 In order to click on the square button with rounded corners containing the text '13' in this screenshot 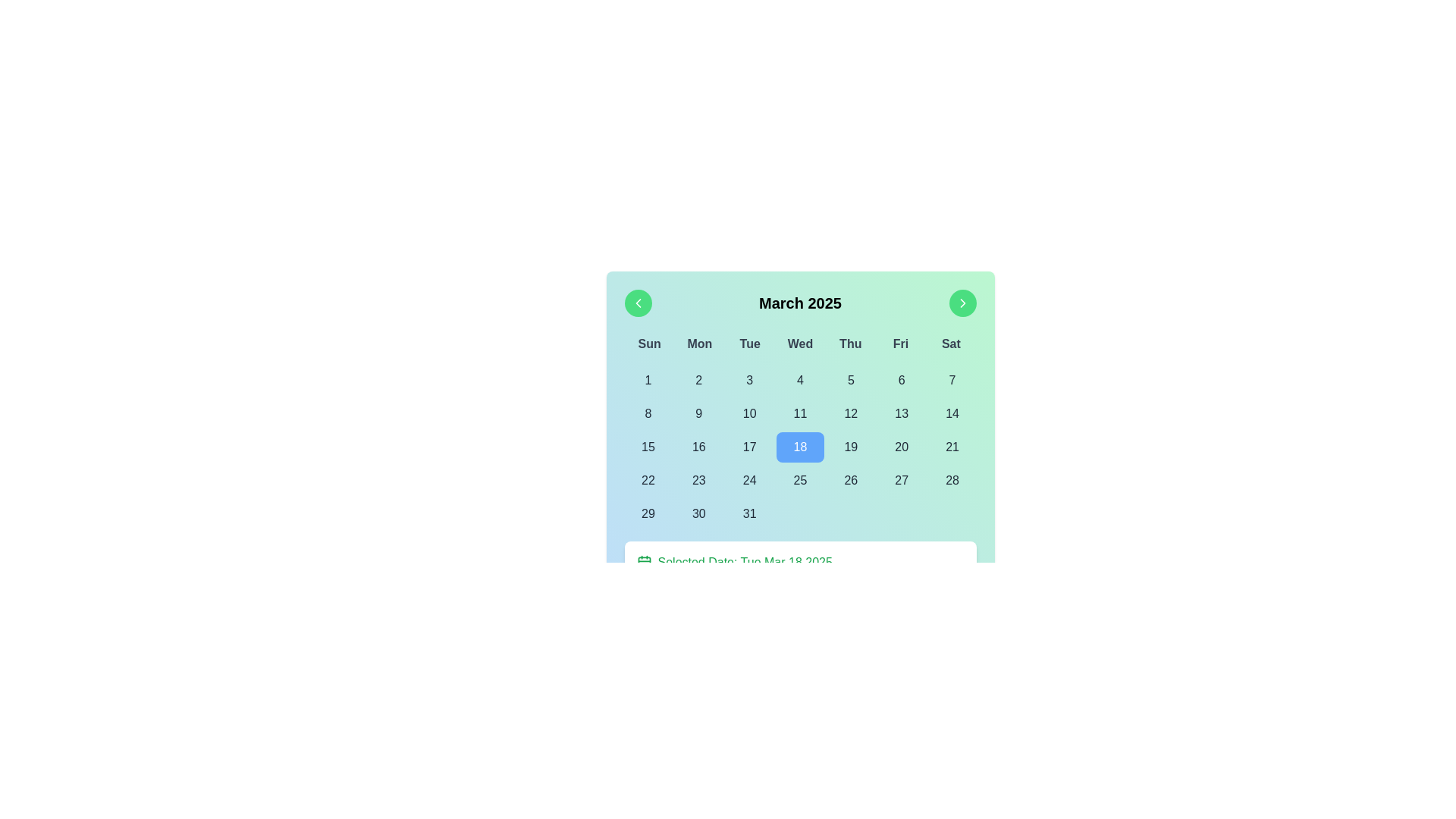, I will do `click(902, 414)`.